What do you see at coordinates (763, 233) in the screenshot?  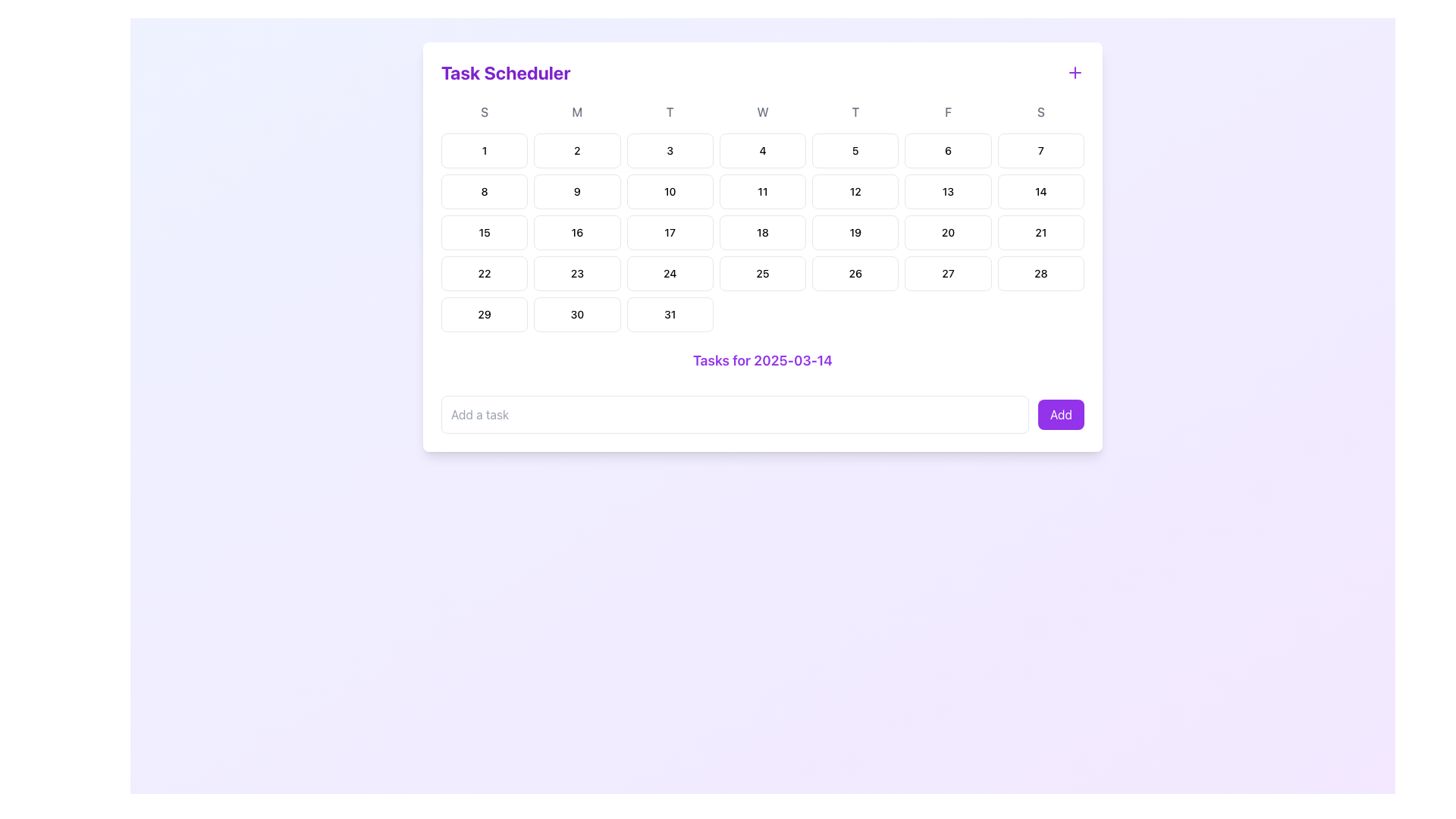 I see `the date in the monthly calendar view displayed in the Grid of buttons, which allows users` at bounding box center [763, 233].